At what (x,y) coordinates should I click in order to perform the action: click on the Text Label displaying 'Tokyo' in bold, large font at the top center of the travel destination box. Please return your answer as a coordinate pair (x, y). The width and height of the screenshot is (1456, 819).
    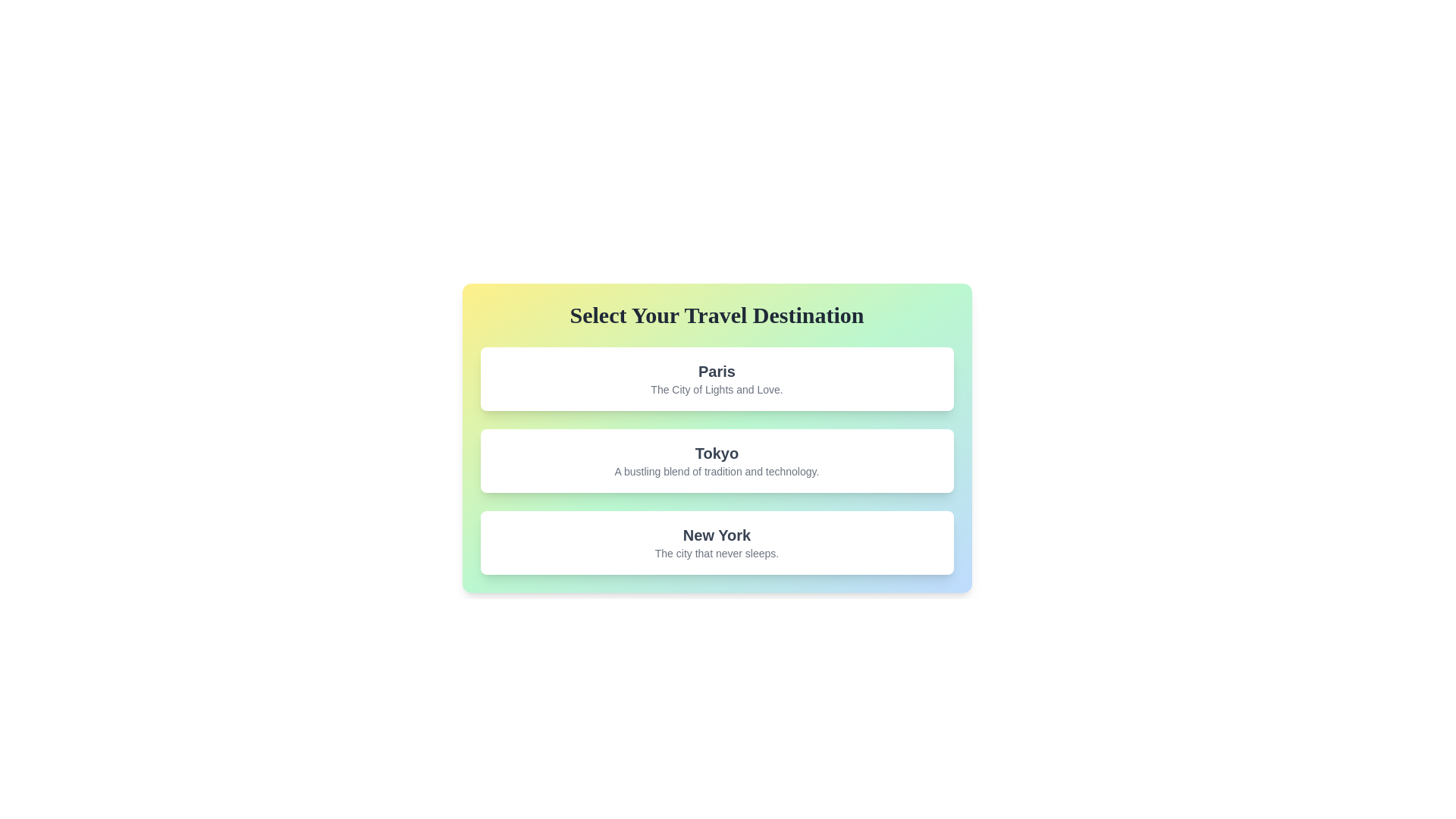
    Looking at the image, I should click on (716, 452).